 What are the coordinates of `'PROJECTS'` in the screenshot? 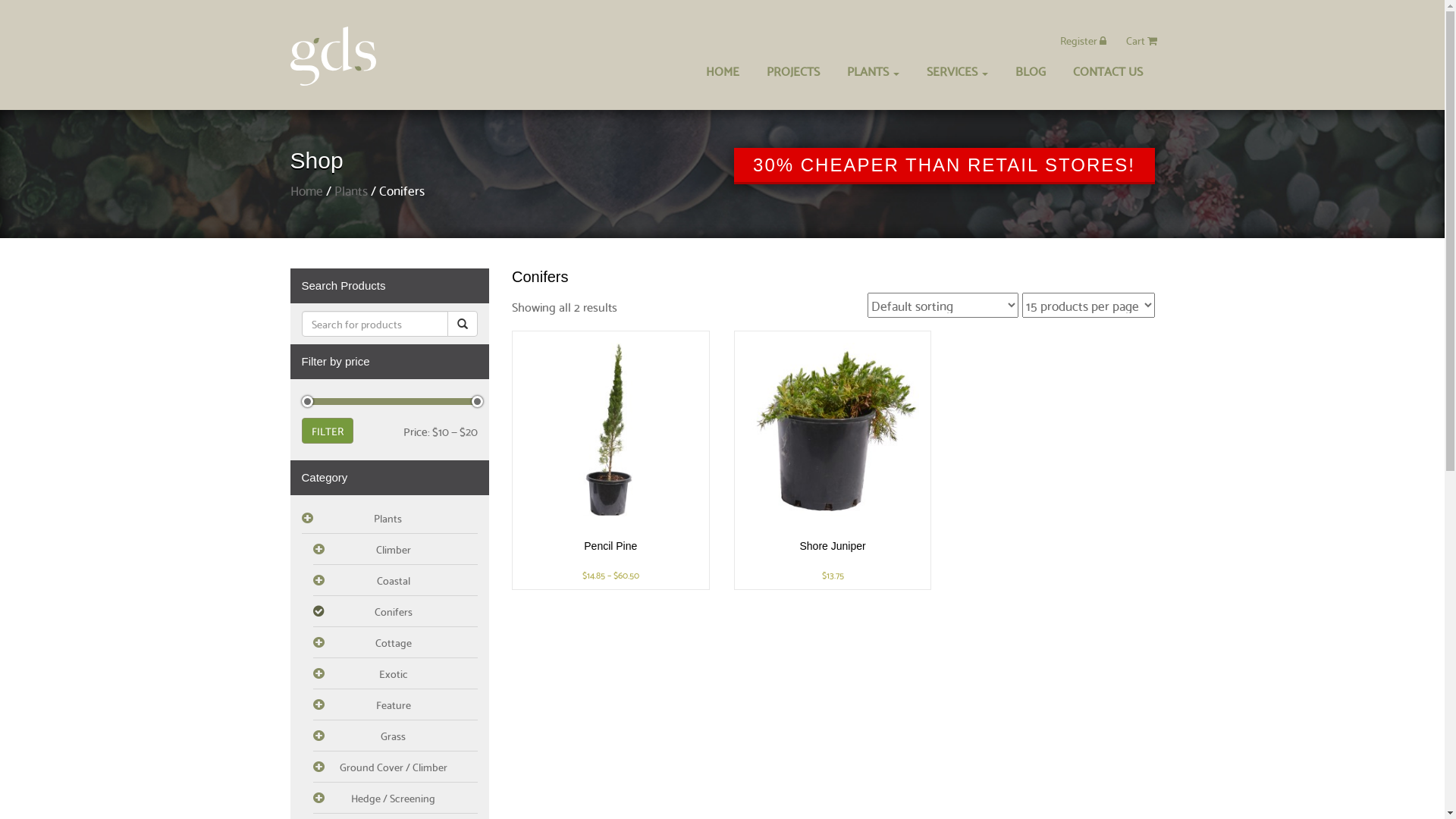 It's located at (792, 70).